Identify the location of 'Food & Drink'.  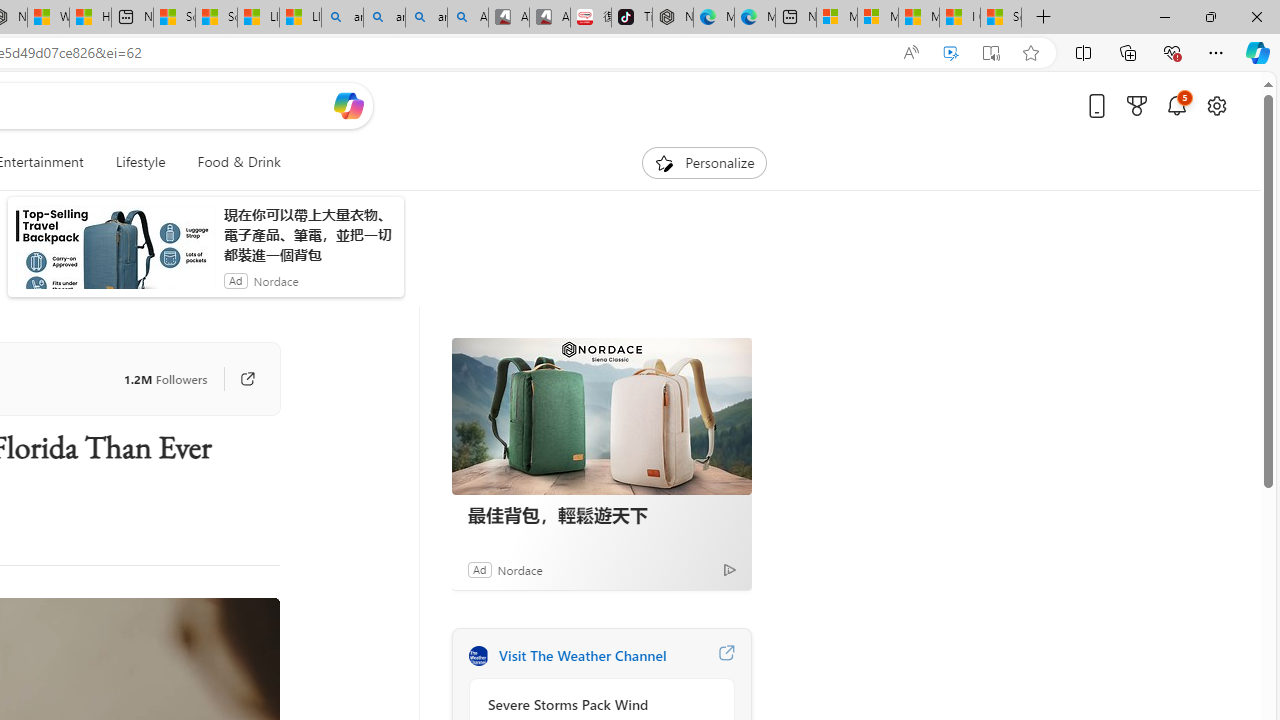
(231, 162).